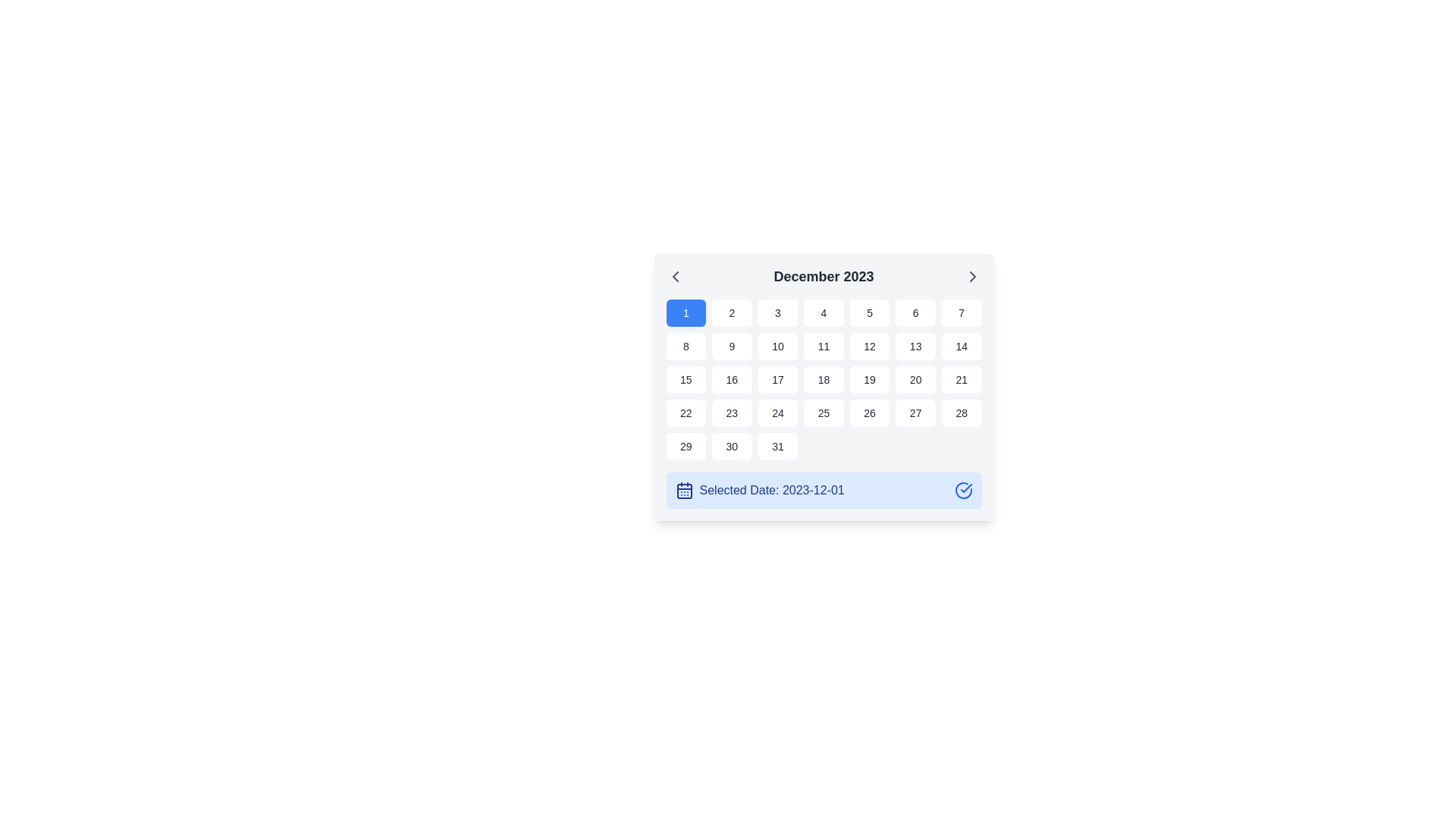 This screenshot has height=819, width=1456. What do you see at coordinates (777, 379) in the screenshot?
I see `the calendar button labeled '17'` at bounding box center [777, 379].